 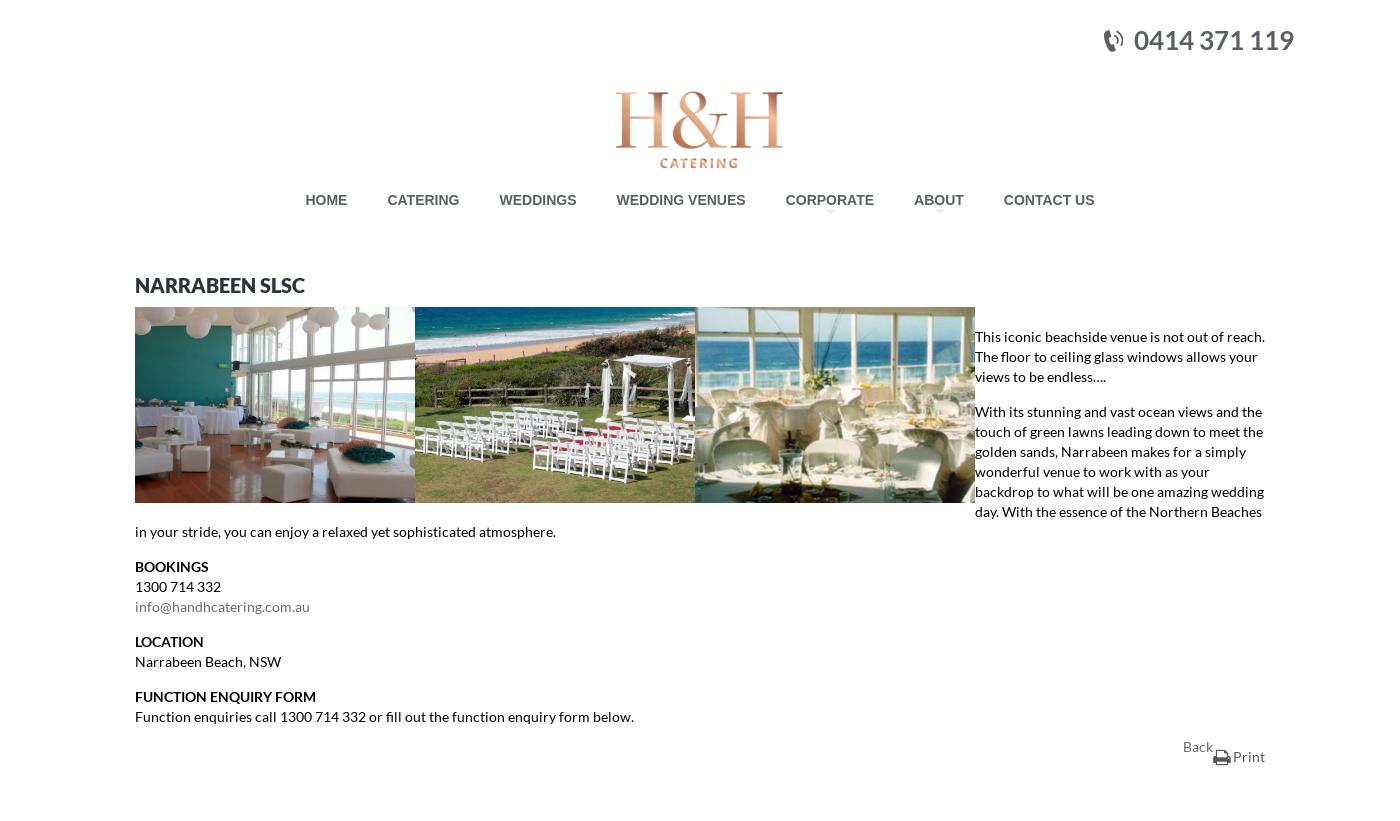 What do you see at coordinates (176, 585) in the screenshot?
I see `'1300 714 332'` at bounding box center [176, 585].